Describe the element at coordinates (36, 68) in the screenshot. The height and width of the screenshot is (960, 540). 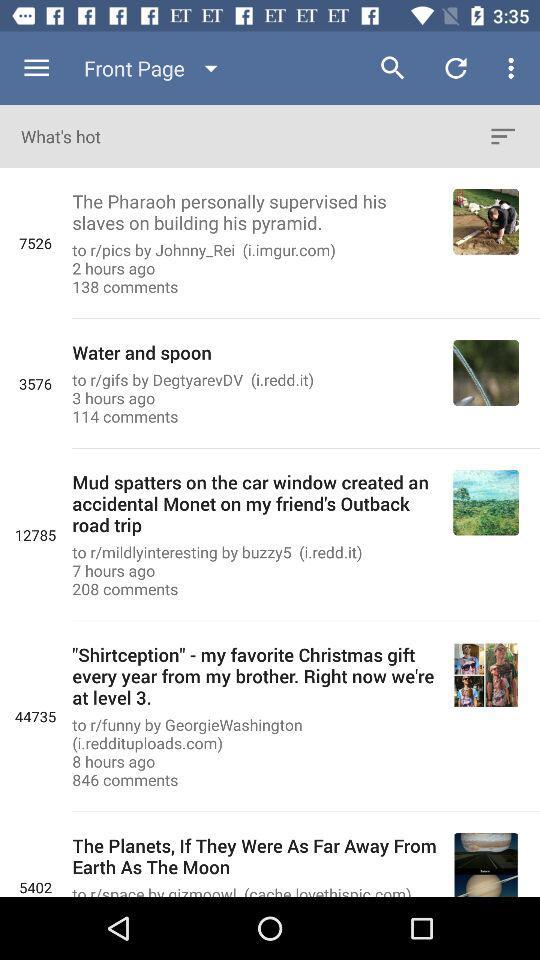
I see `icon above what's hot item` at that location.